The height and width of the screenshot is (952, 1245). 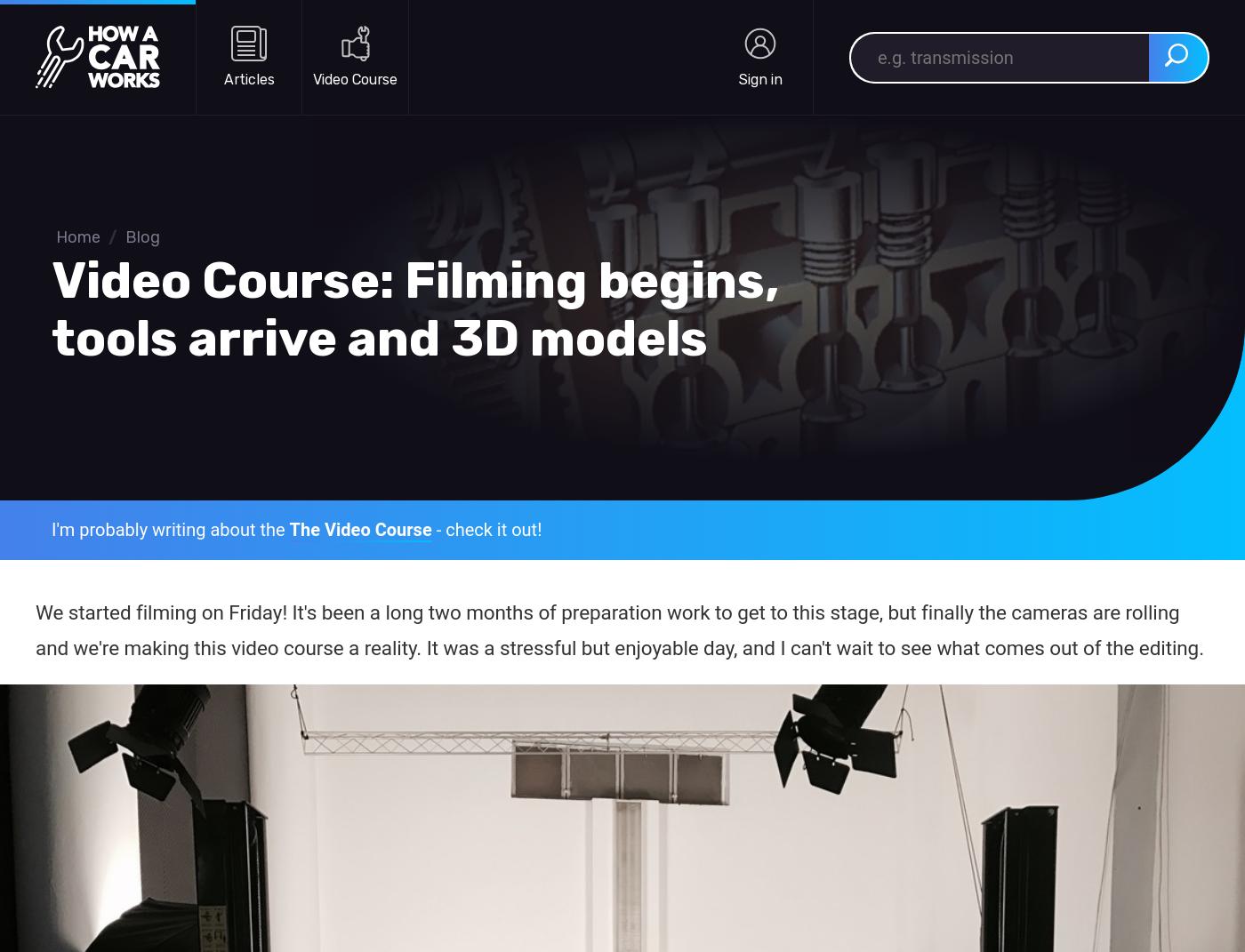 What do you see at coordinates (56, 237) in the screenshot?
I see `'Home'` at bounding box center [56, 237].